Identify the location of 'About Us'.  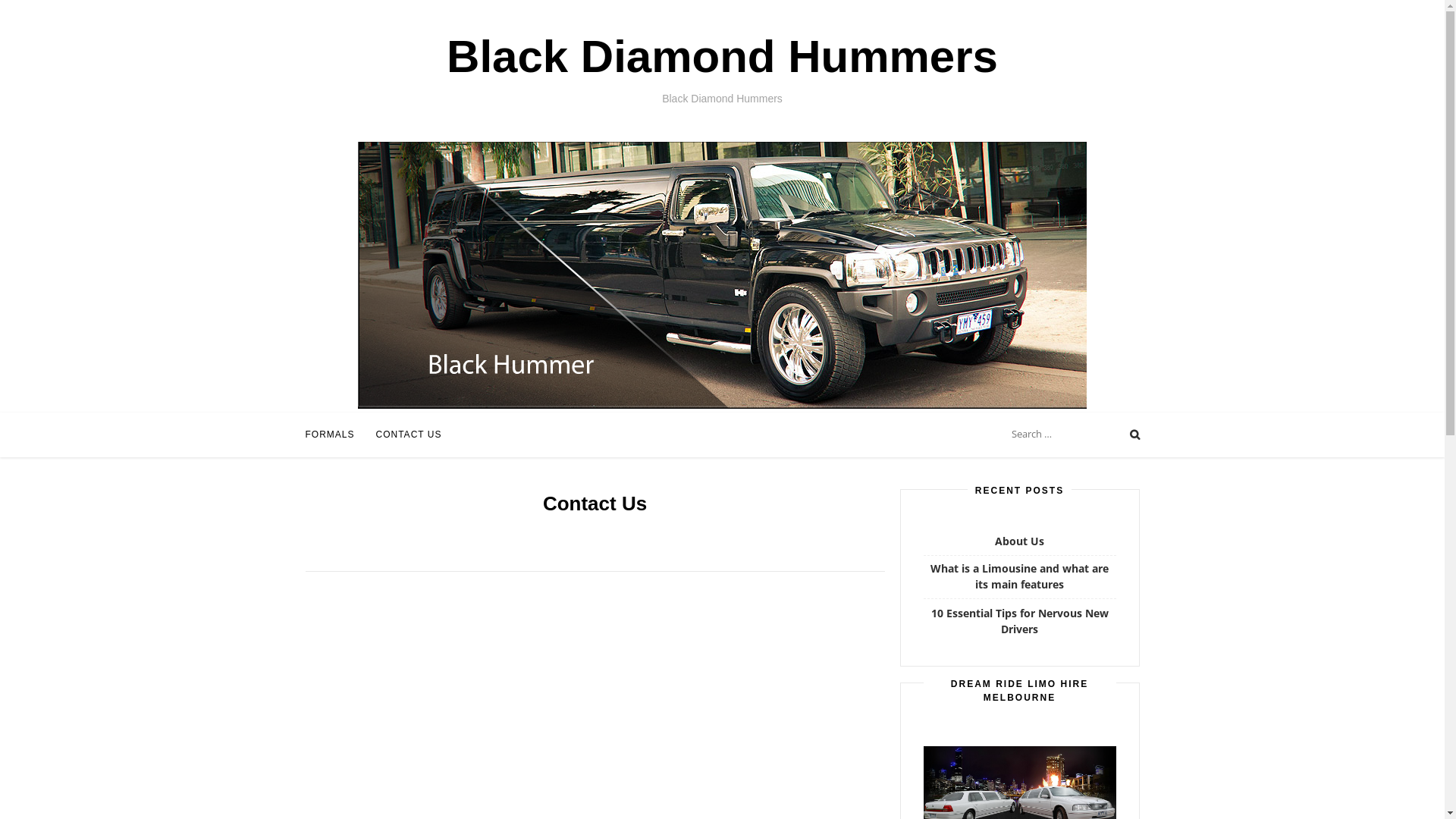
(994, 540).